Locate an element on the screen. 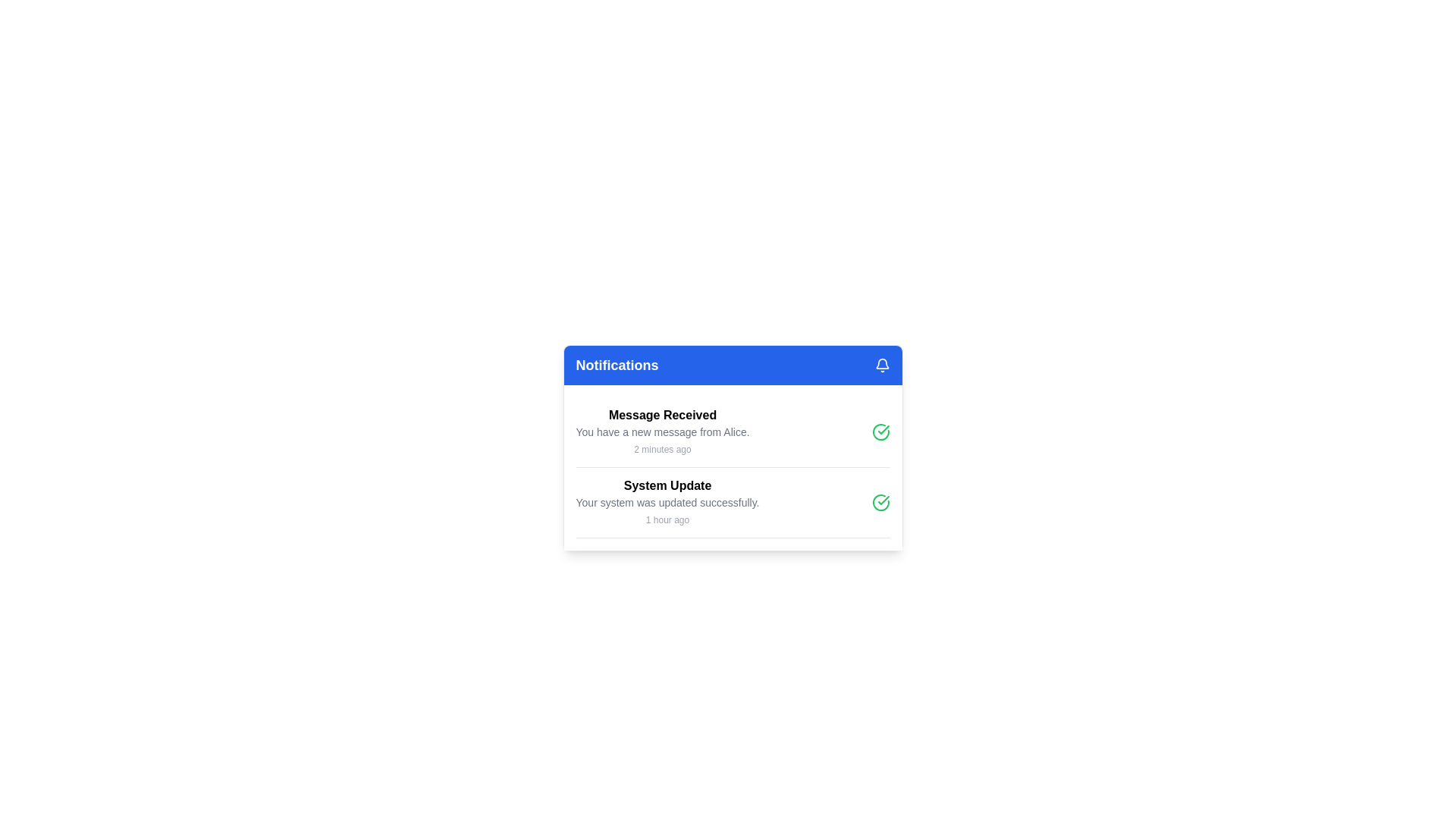  the title text label of the first notification in the notification list, which provides a summary of the notification content is located at coordinates (662, 415).